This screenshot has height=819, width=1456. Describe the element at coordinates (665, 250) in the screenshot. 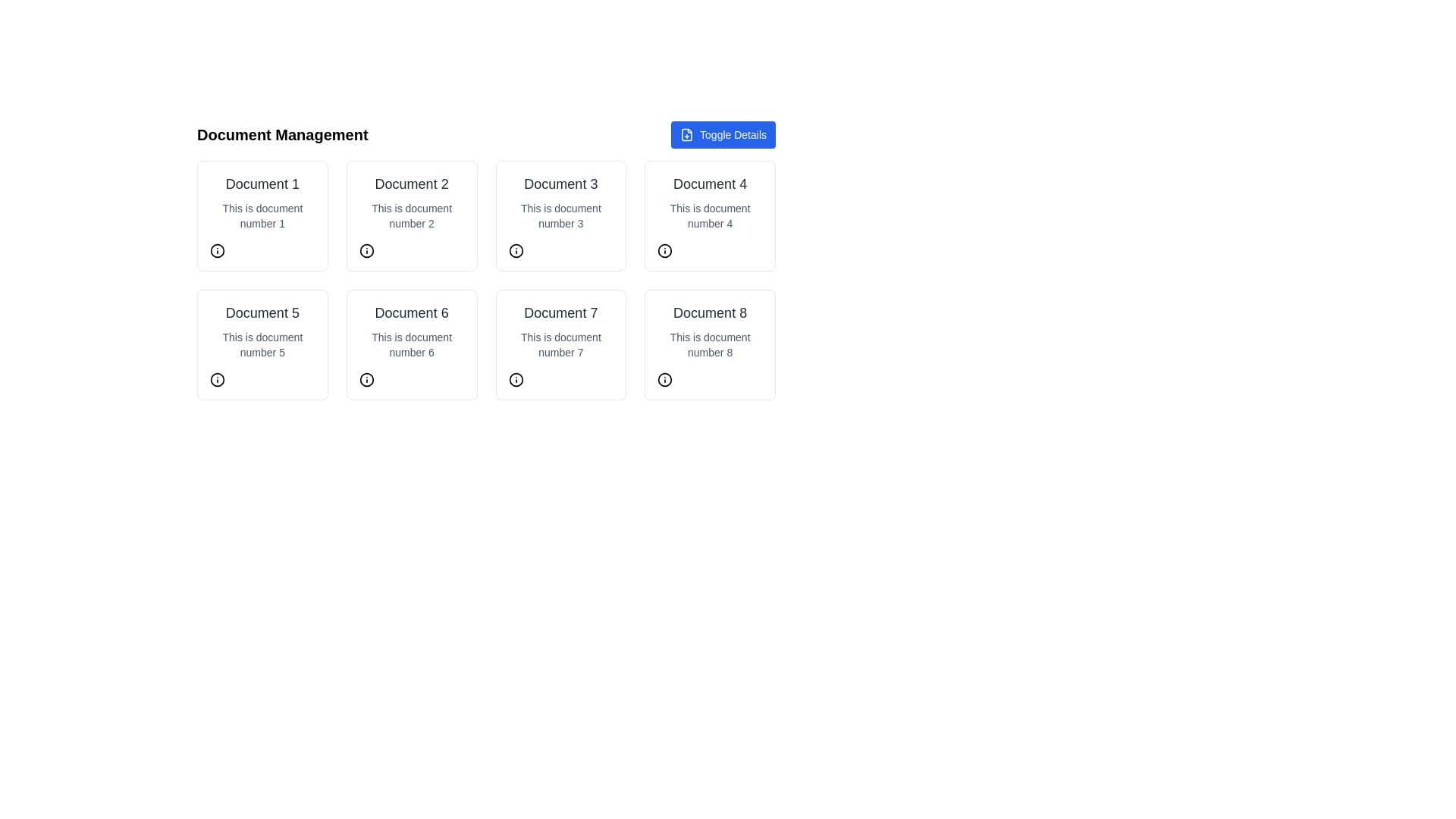

I see `the minimalistic icon styled as a small circle with a vertical line and dot, located at the bottom right of the card for Document 4, which is next to the text 'This is document number 4'` at that location.